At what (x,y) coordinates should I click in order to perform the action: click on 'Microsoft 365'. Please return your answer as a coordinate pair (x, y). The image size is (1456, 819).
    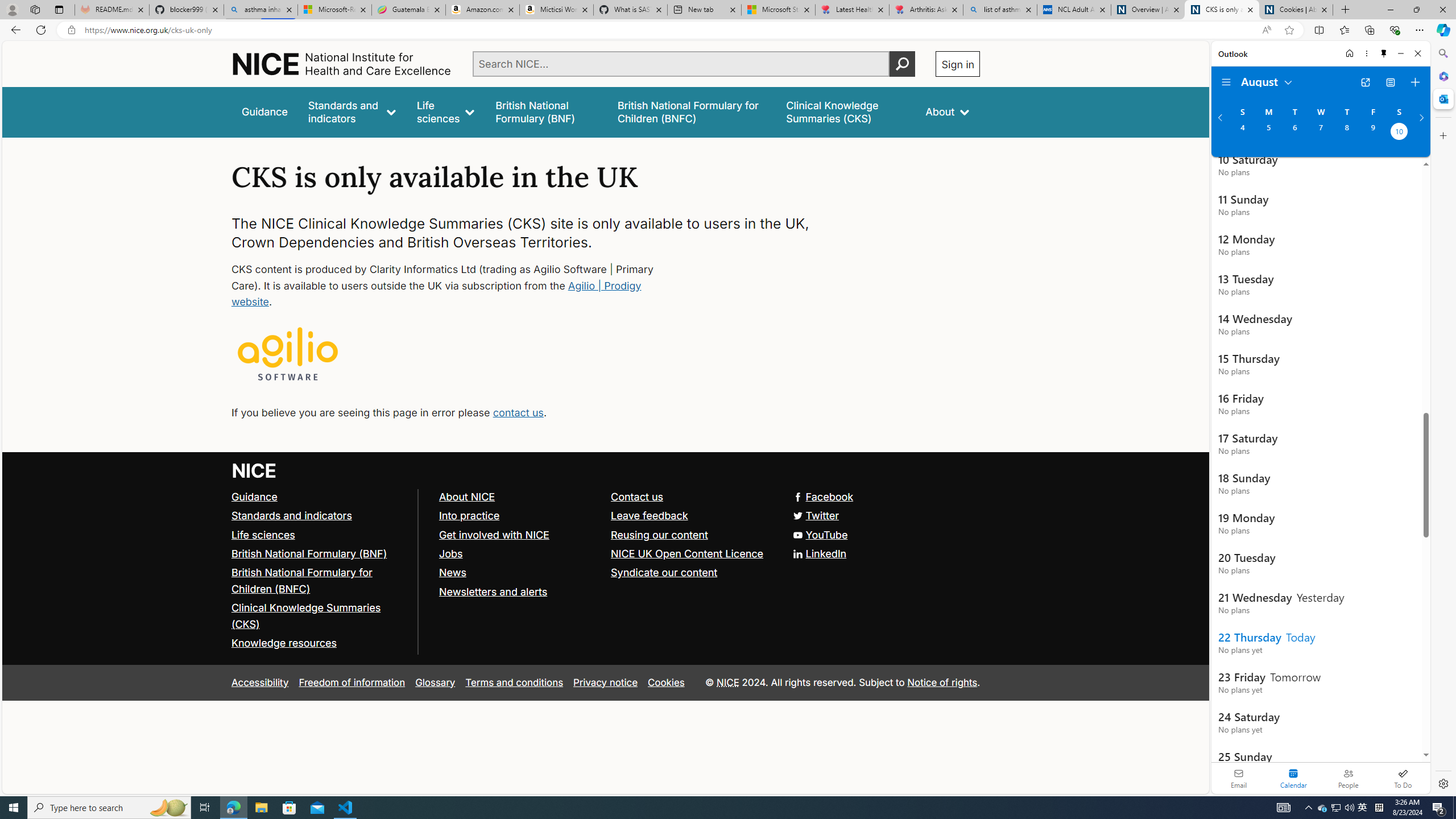
    Looking at the image, I should click on (1442, 76).